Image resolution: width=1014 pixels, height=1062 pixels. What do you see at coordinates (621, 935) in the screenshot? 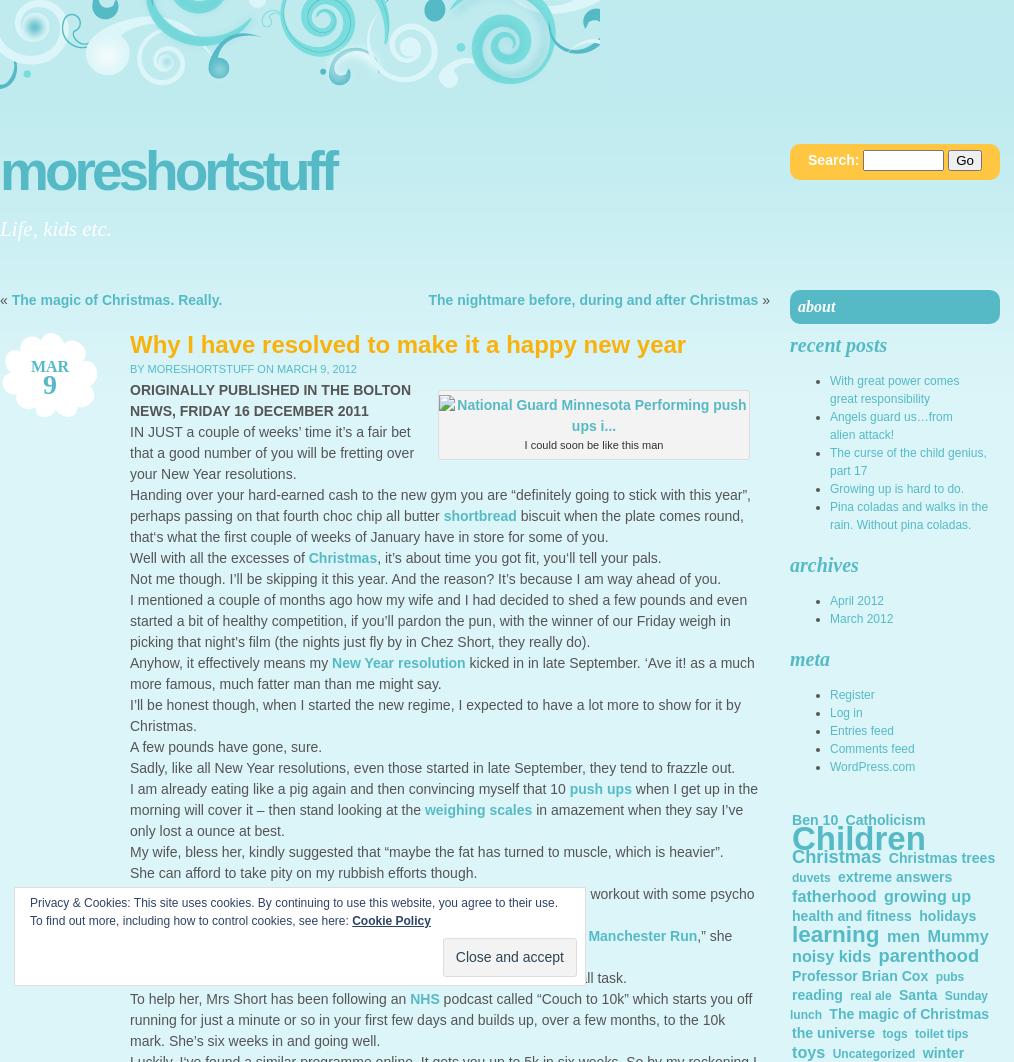
I see `'Great Manchester Run'` at bounding box center [621, 935].